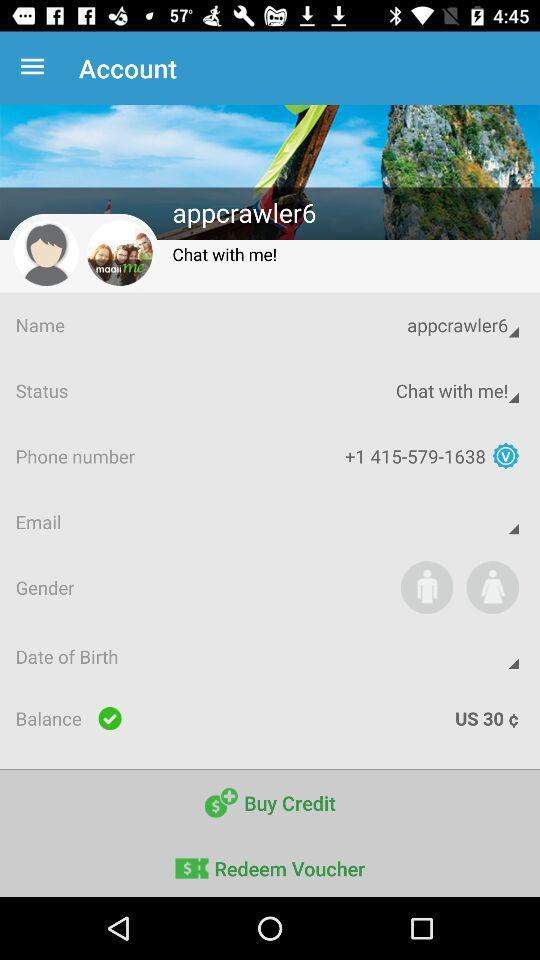 The height and width of the screenshot is (960, 540). I want to click on click male icon, so click(426, 587).